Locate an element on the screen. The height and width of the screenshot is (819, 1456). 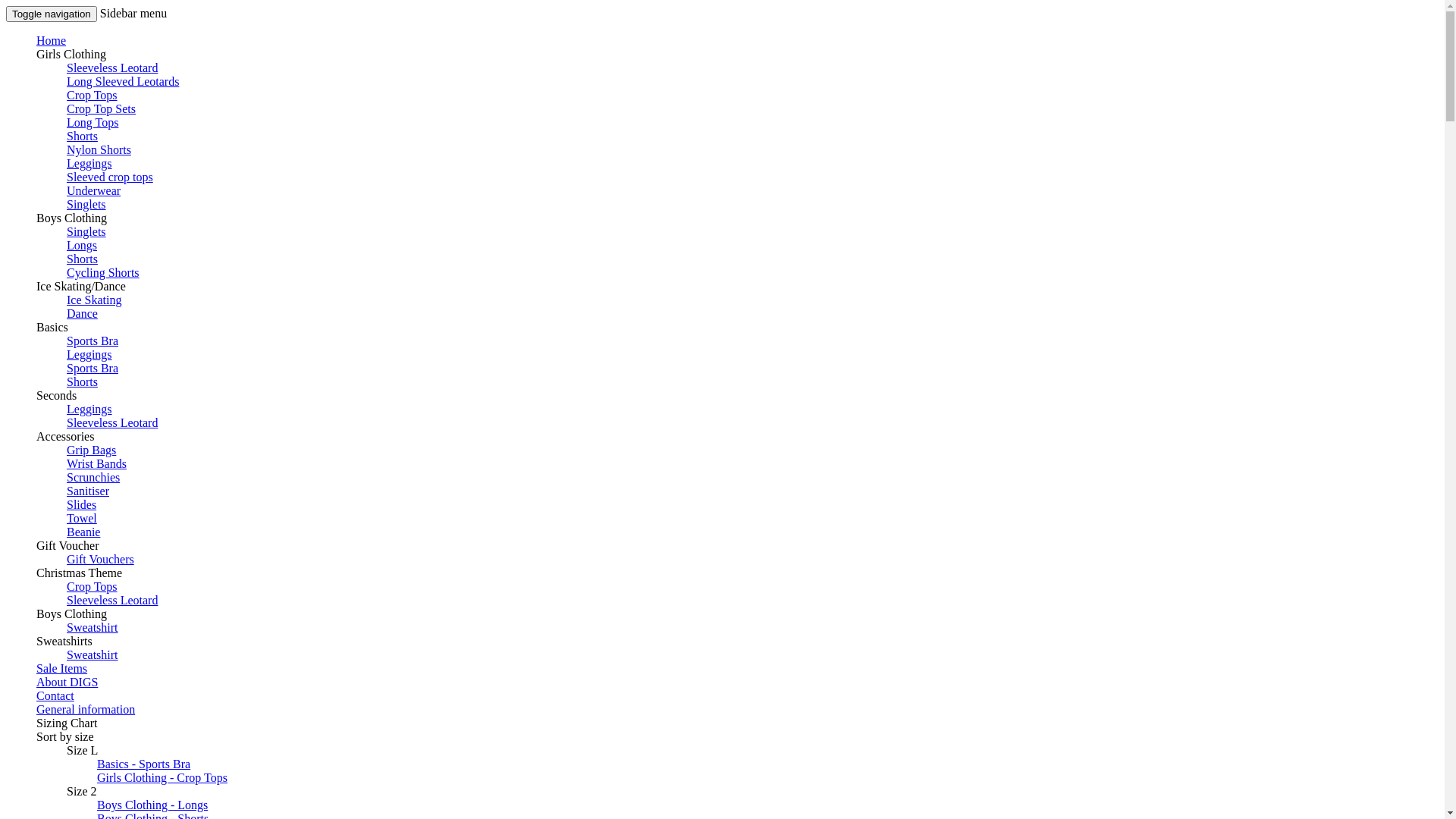
'Basics - Sports Bra' is located at coordinates (96, 764).